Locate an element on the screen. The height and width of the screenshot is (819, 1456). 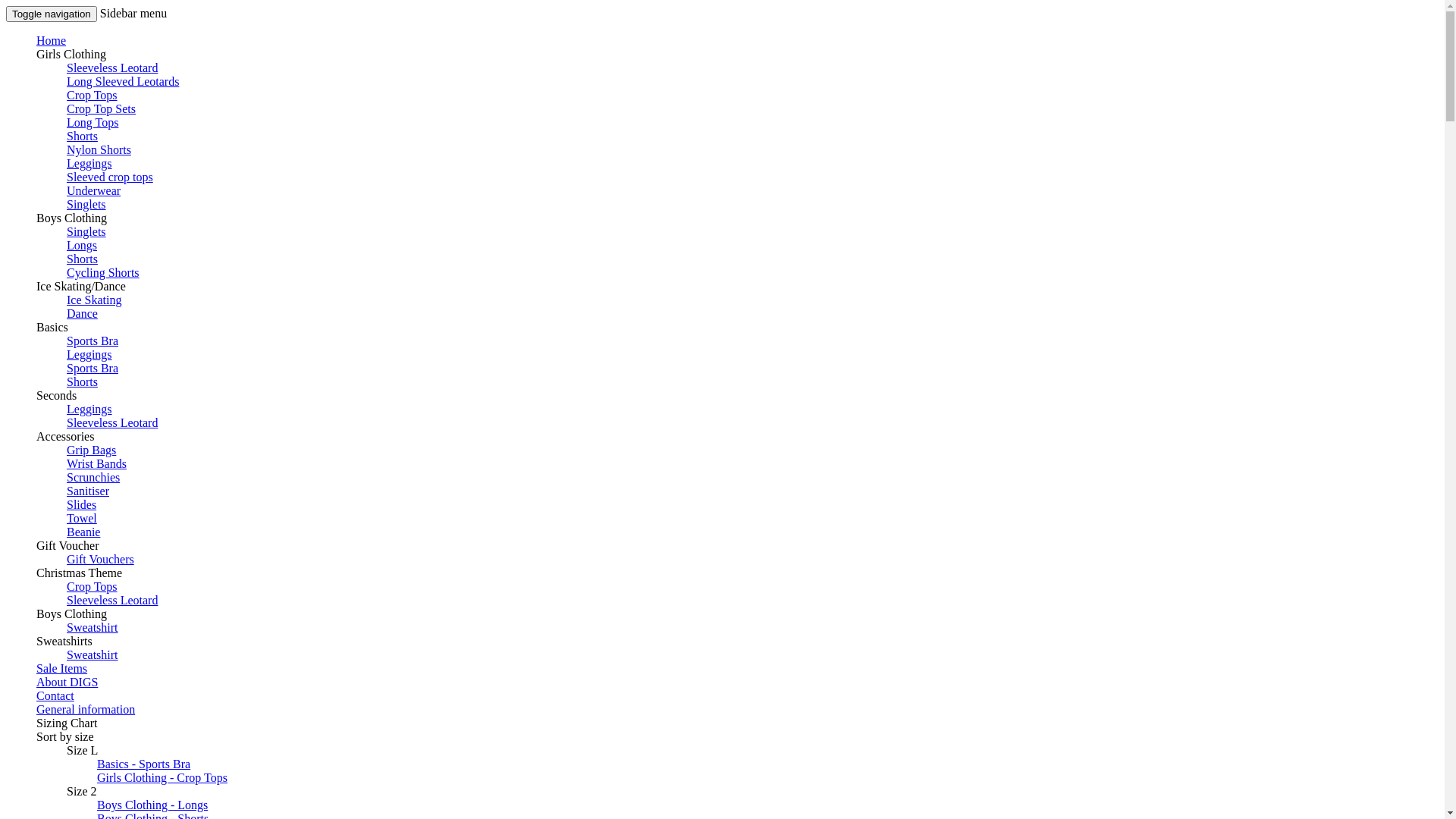
'Basics - Sports Bra' is located at coordinates (96, 764).